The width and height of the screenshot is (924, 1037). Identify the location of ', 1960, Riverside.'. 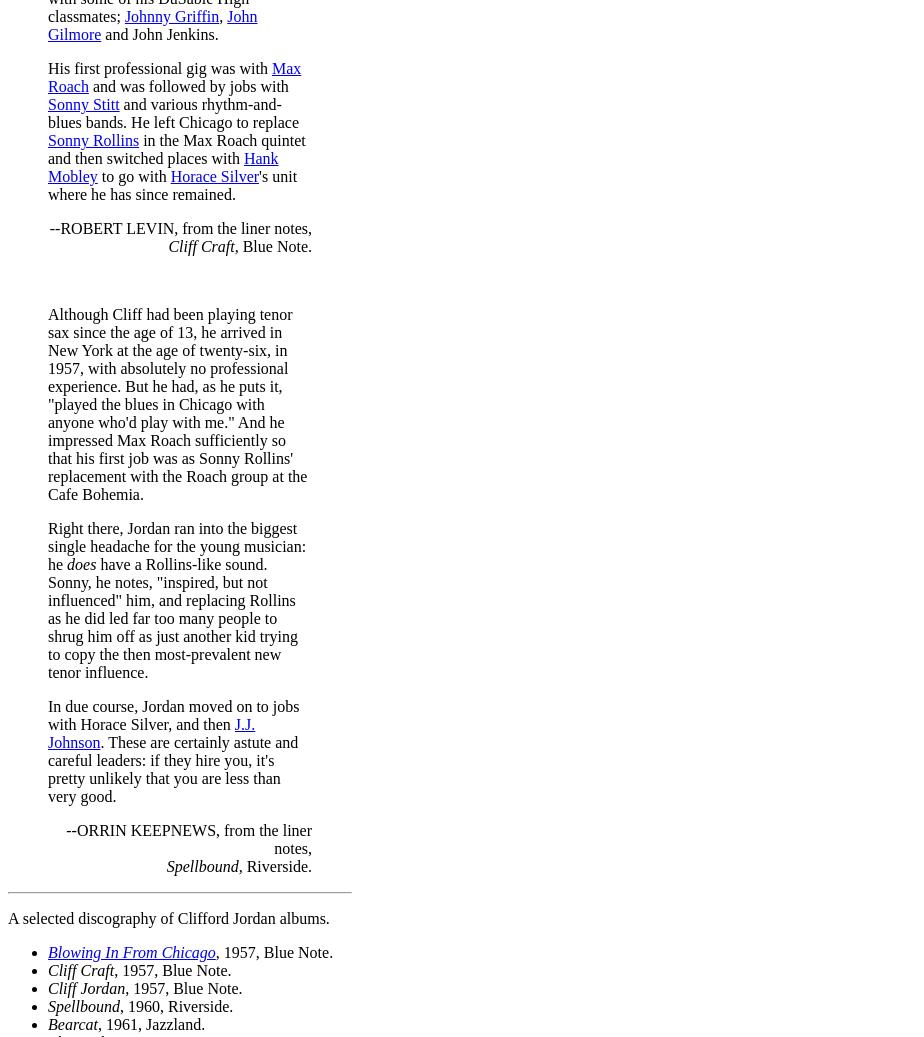
(176, 1005).